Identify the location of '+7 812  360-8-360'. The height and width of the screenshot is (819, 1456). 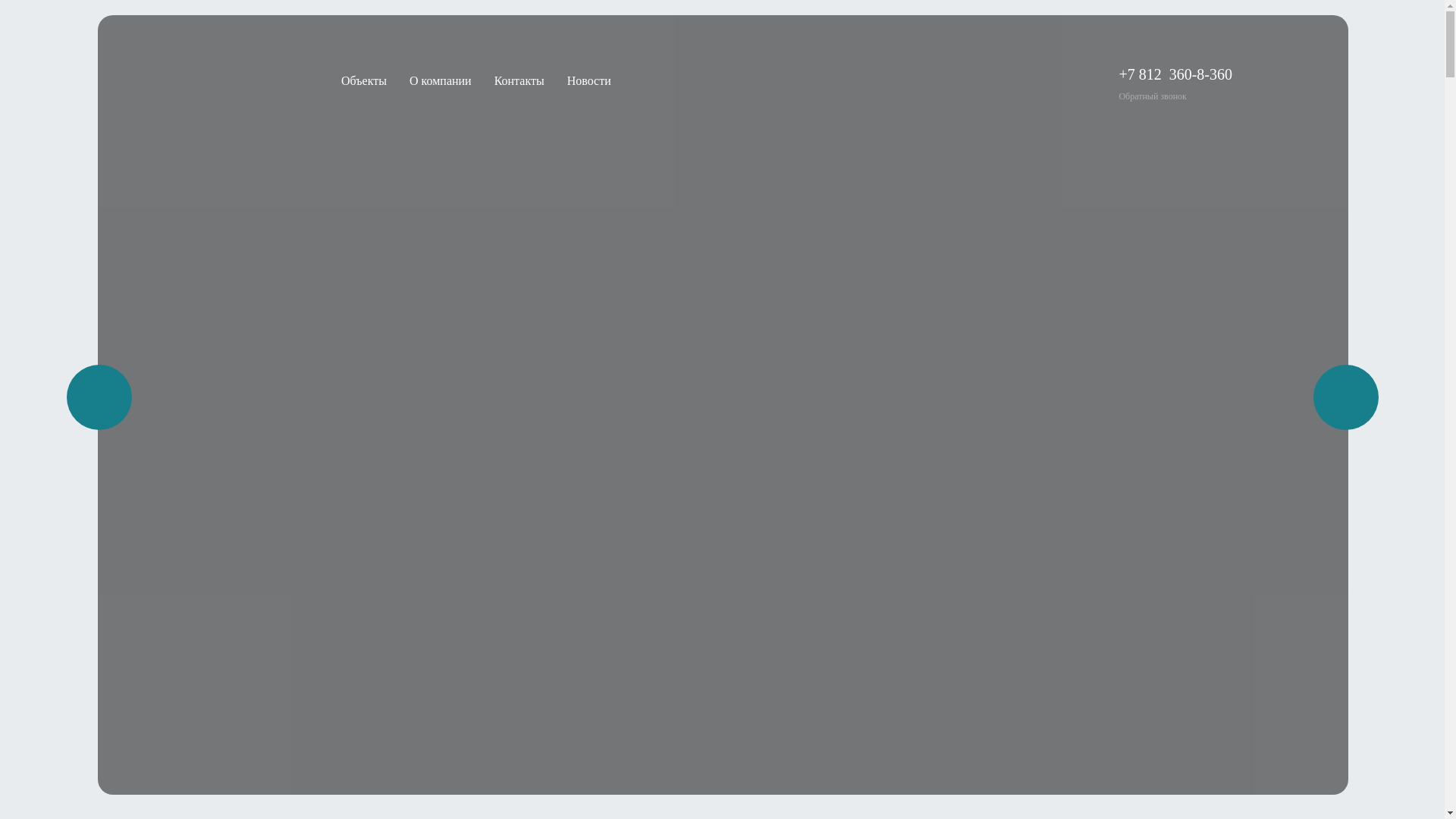
(1175, 74).